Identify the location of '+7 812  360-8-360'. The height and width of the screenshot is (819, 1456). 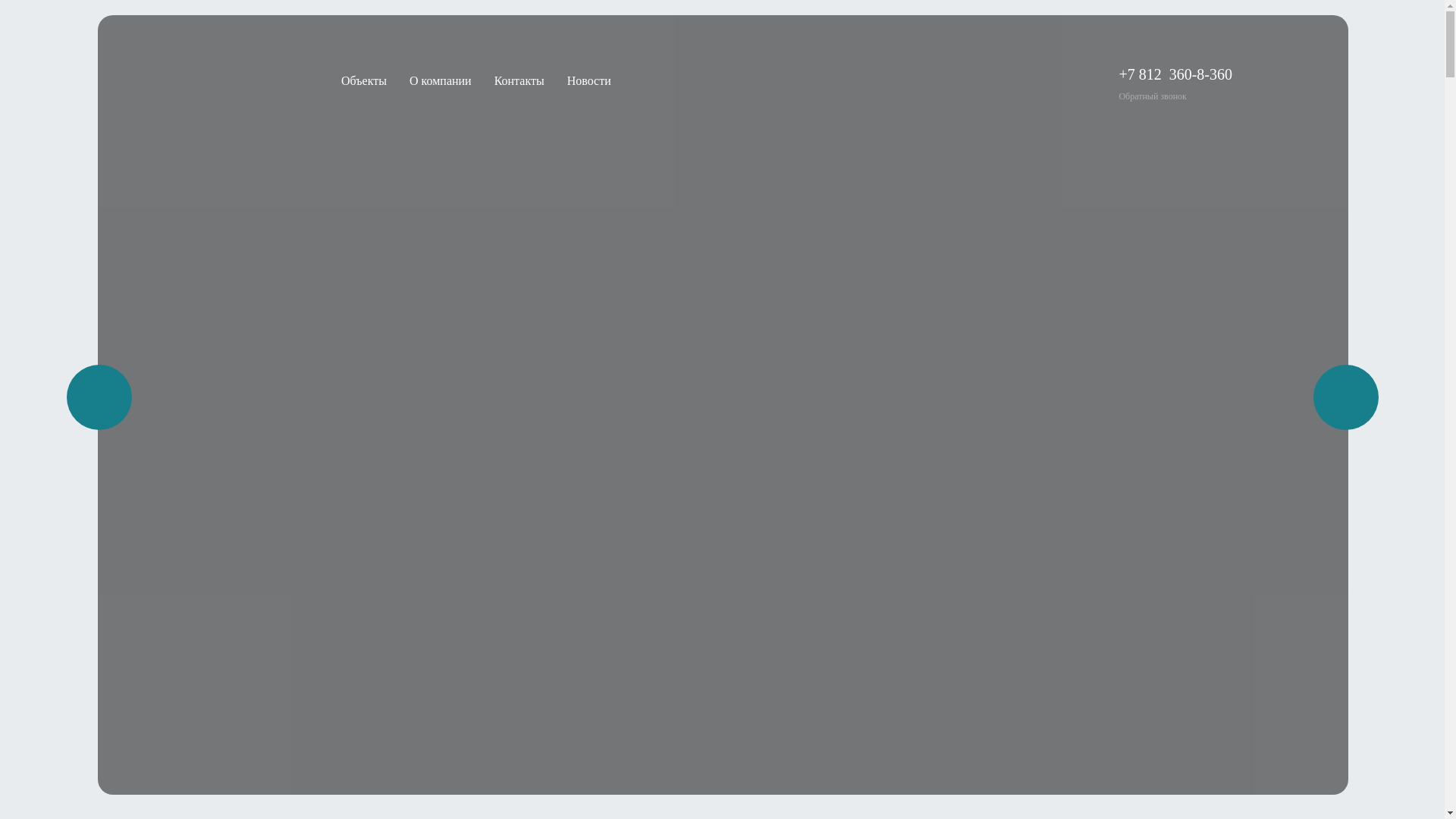
(1175, 74).